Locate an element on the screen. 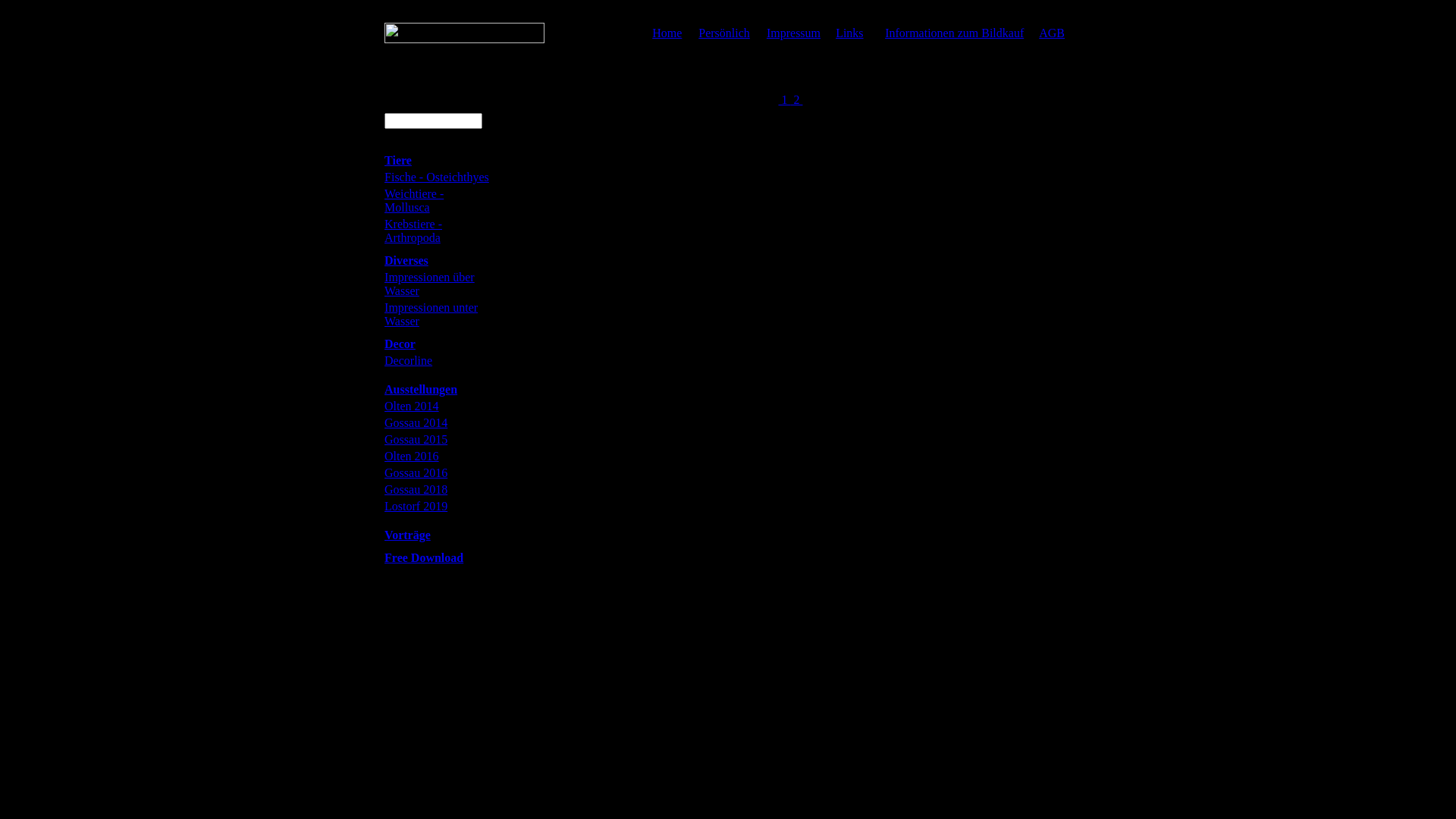  'Links' is located at coordinates (848, 32).